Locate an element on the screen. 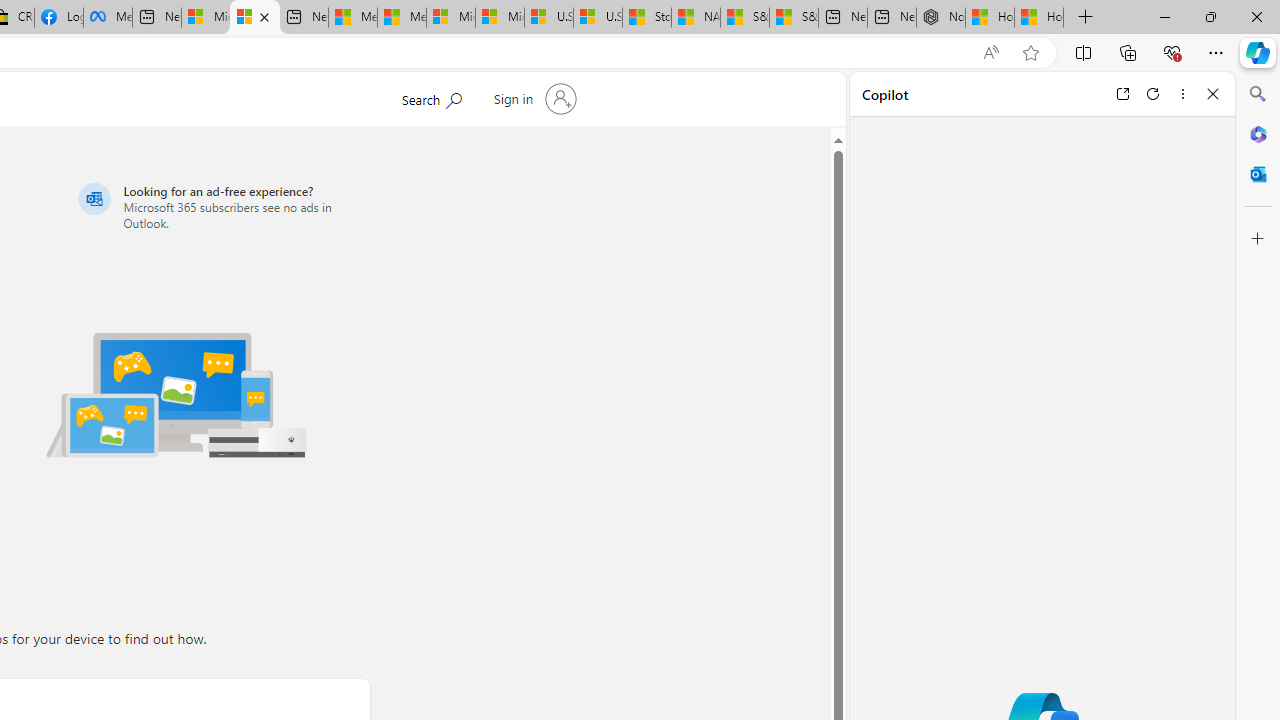  'Open link in new tab' is located at coordinates (1122, 93).